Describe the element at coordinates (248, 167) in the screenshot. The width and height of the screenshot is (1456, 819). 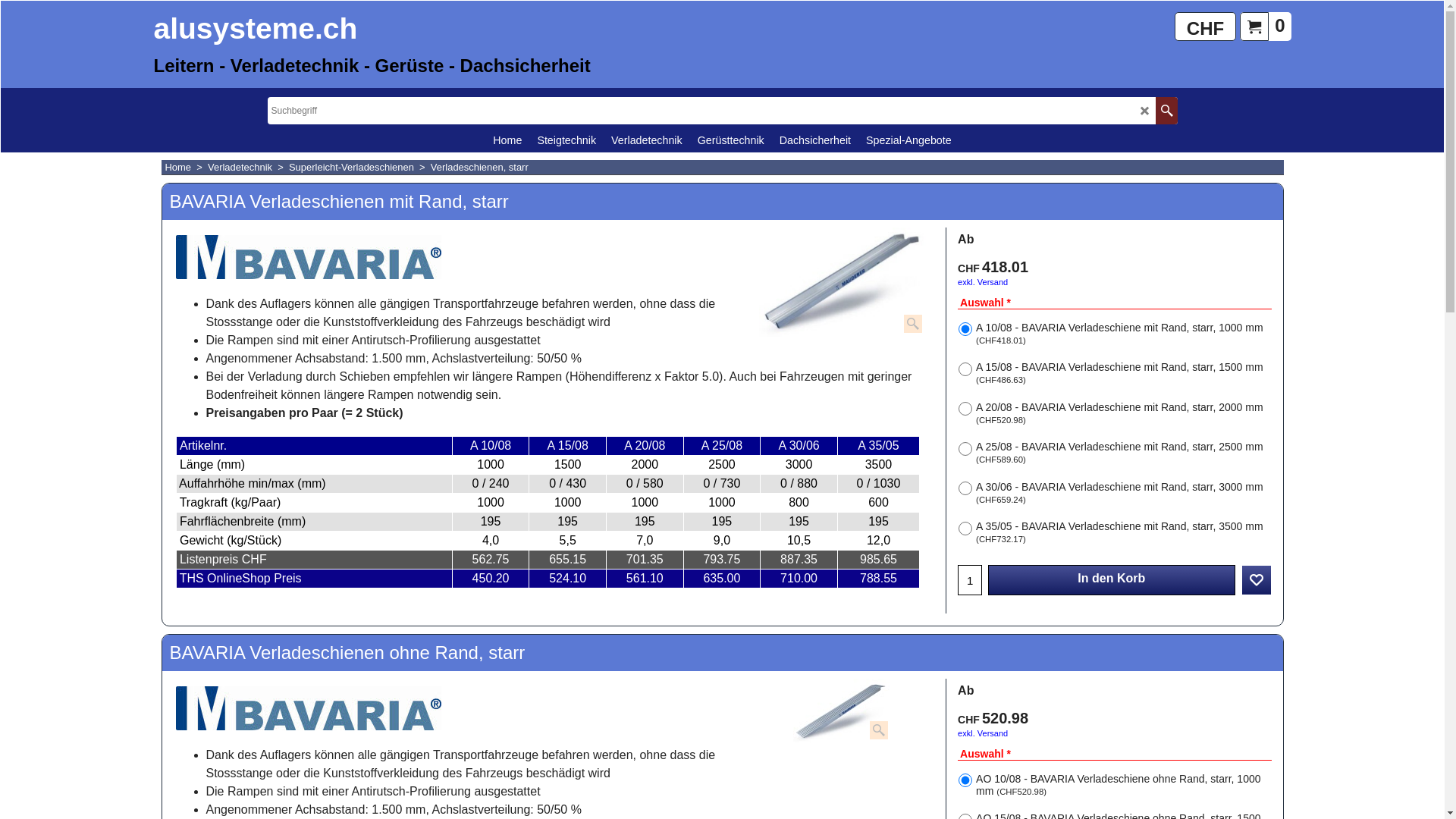
I see `'Verladetechnik  > '` at that location.